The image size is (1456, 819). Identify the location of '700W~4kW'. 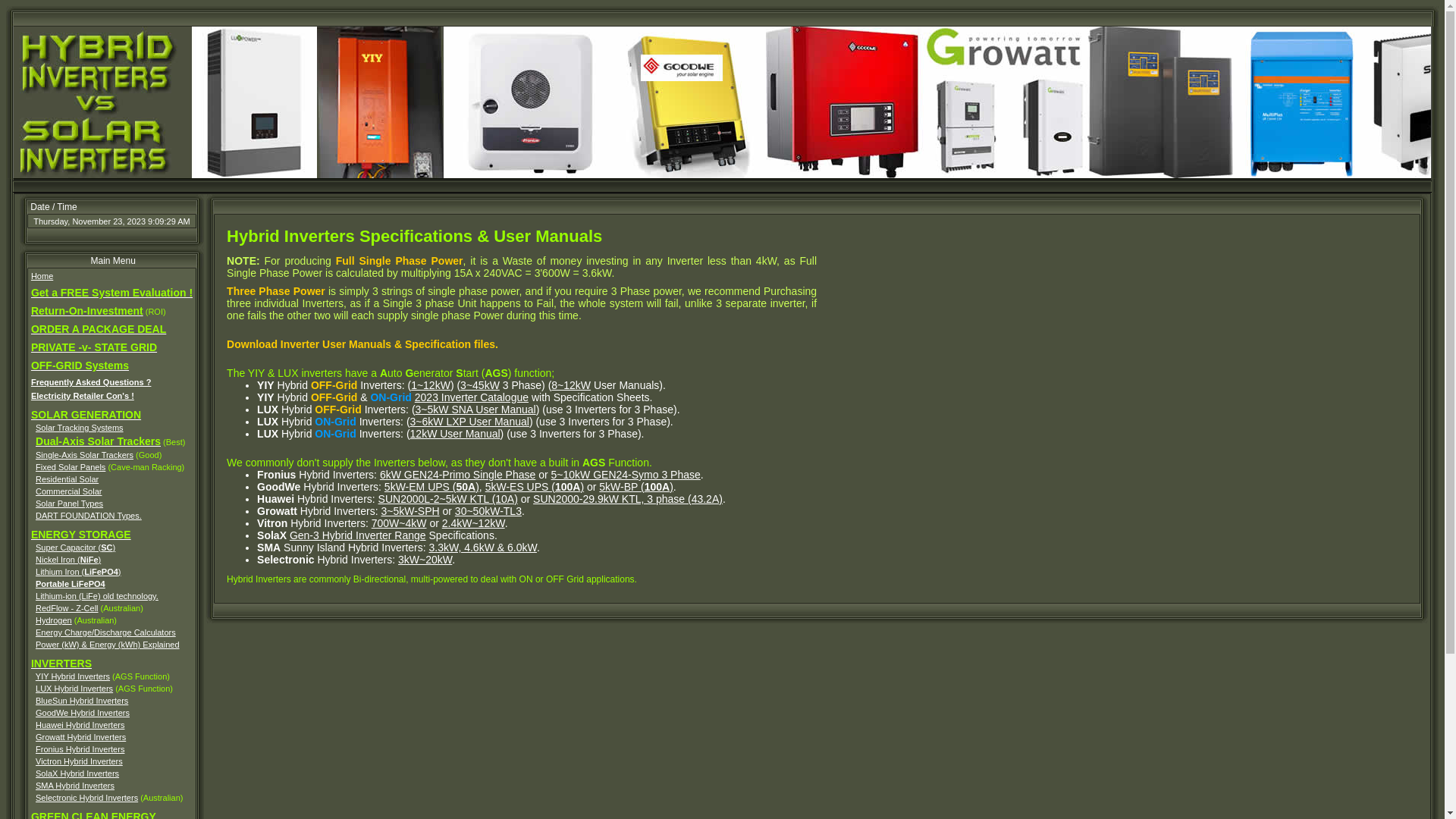
(399, 522).